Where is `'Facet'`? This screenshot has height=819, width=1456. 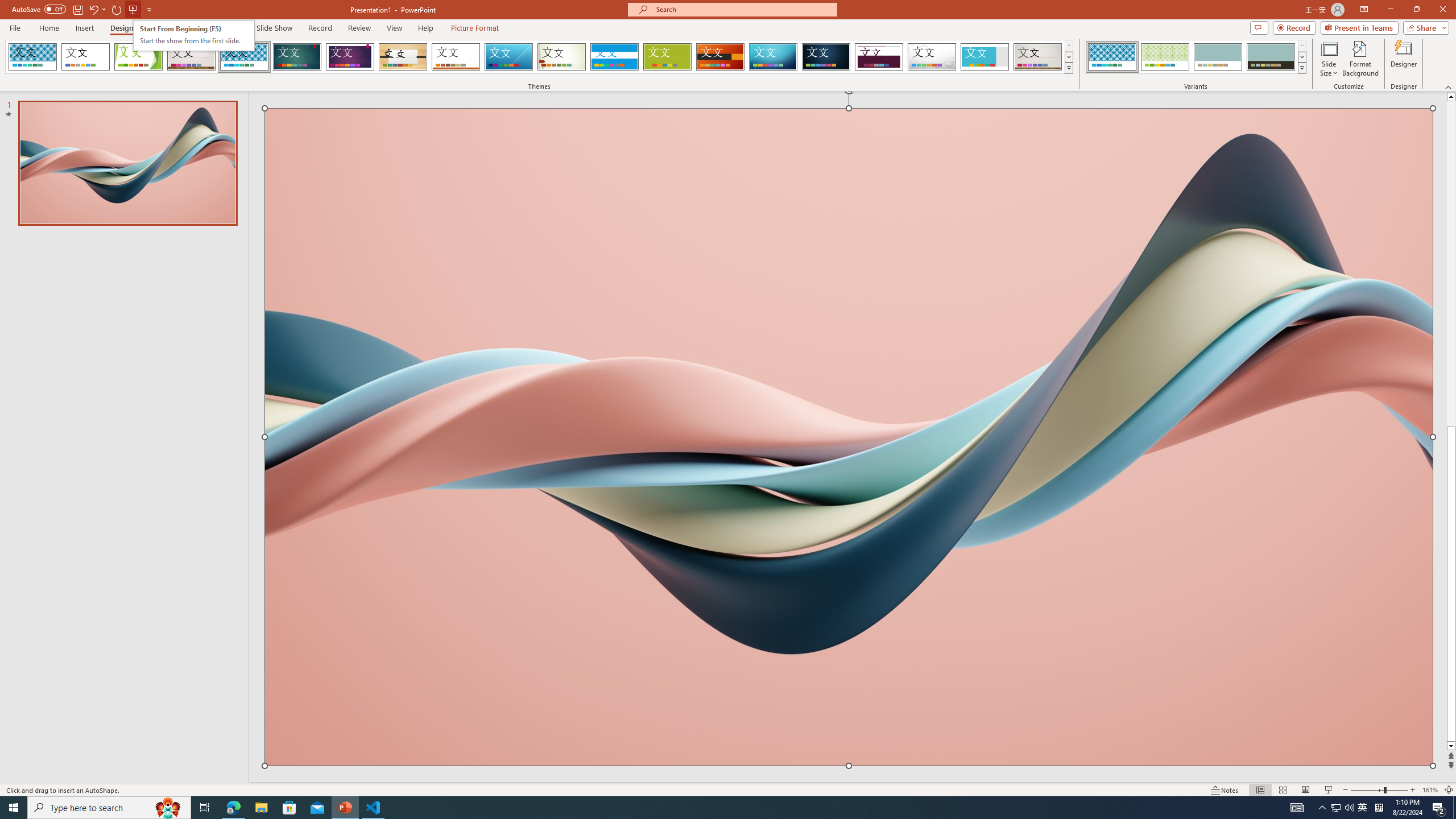
'Facet' is located at coordinates (138, 56).